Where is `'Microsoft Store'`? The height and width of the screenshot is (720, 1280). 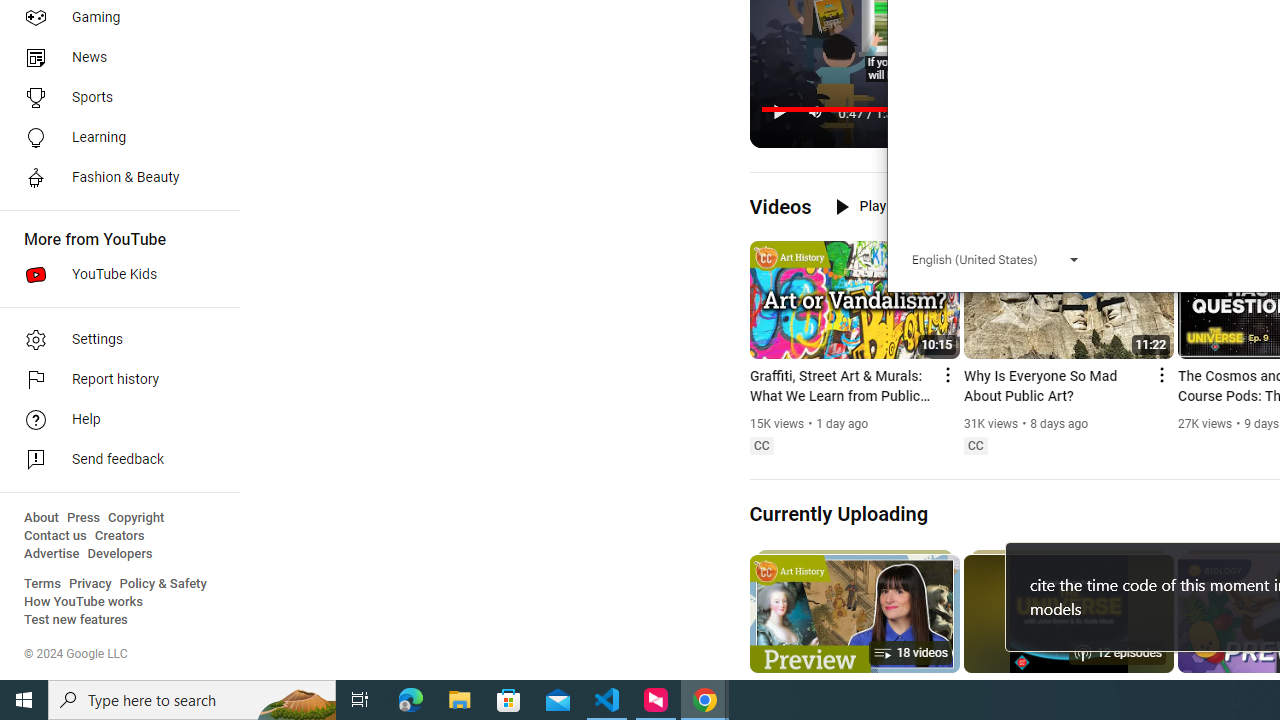 'Microsoft Store' is located at coordinates (509, 698).